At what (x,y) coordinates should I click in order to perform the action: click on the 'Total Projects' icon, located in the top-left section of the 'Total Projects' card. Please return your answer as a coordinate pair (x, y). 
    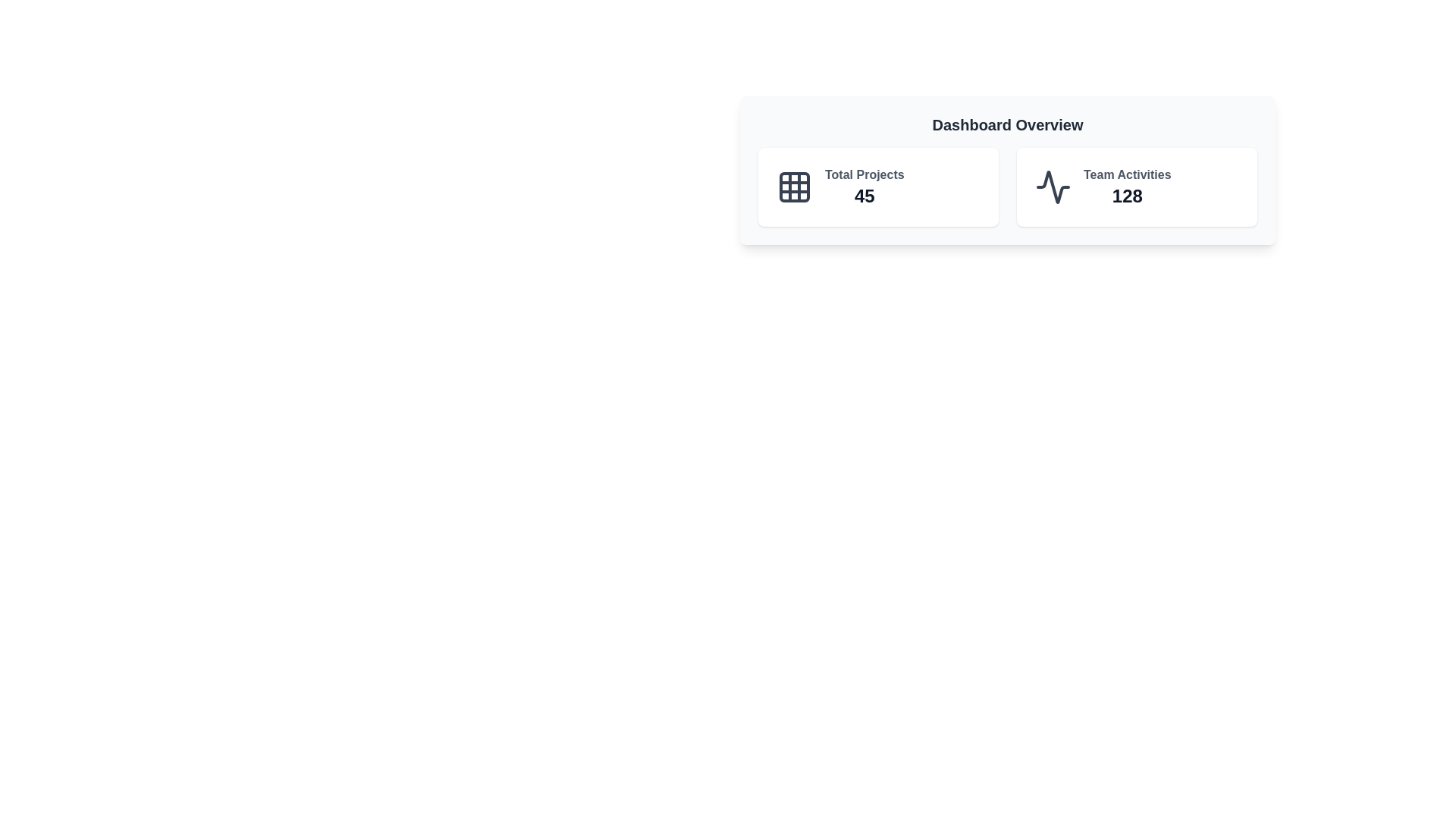
    Looking at the image, I should click on (793, 186).